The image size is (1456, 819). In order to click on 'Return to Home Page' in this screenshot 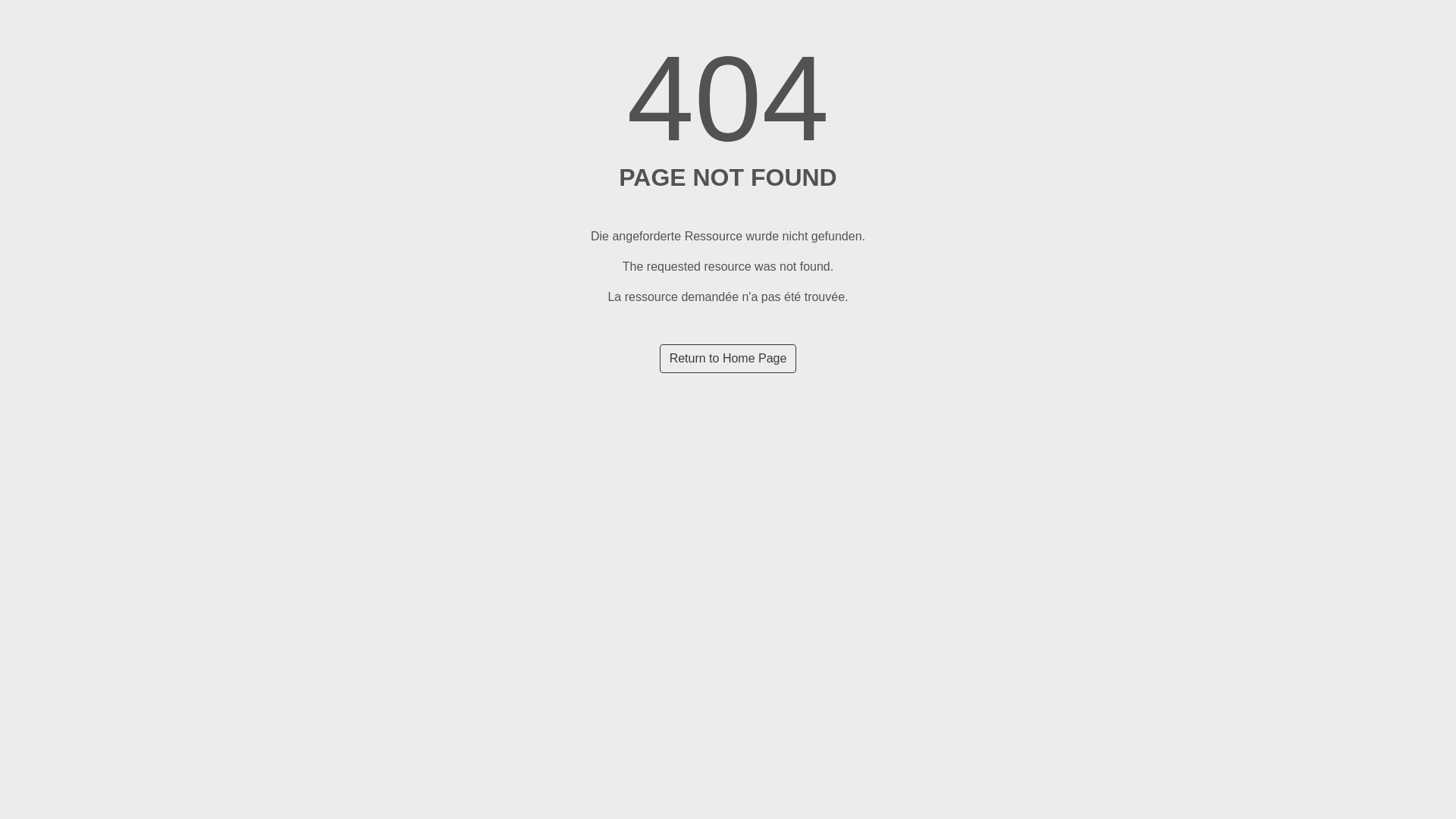, I will do `click(659, 359)`.